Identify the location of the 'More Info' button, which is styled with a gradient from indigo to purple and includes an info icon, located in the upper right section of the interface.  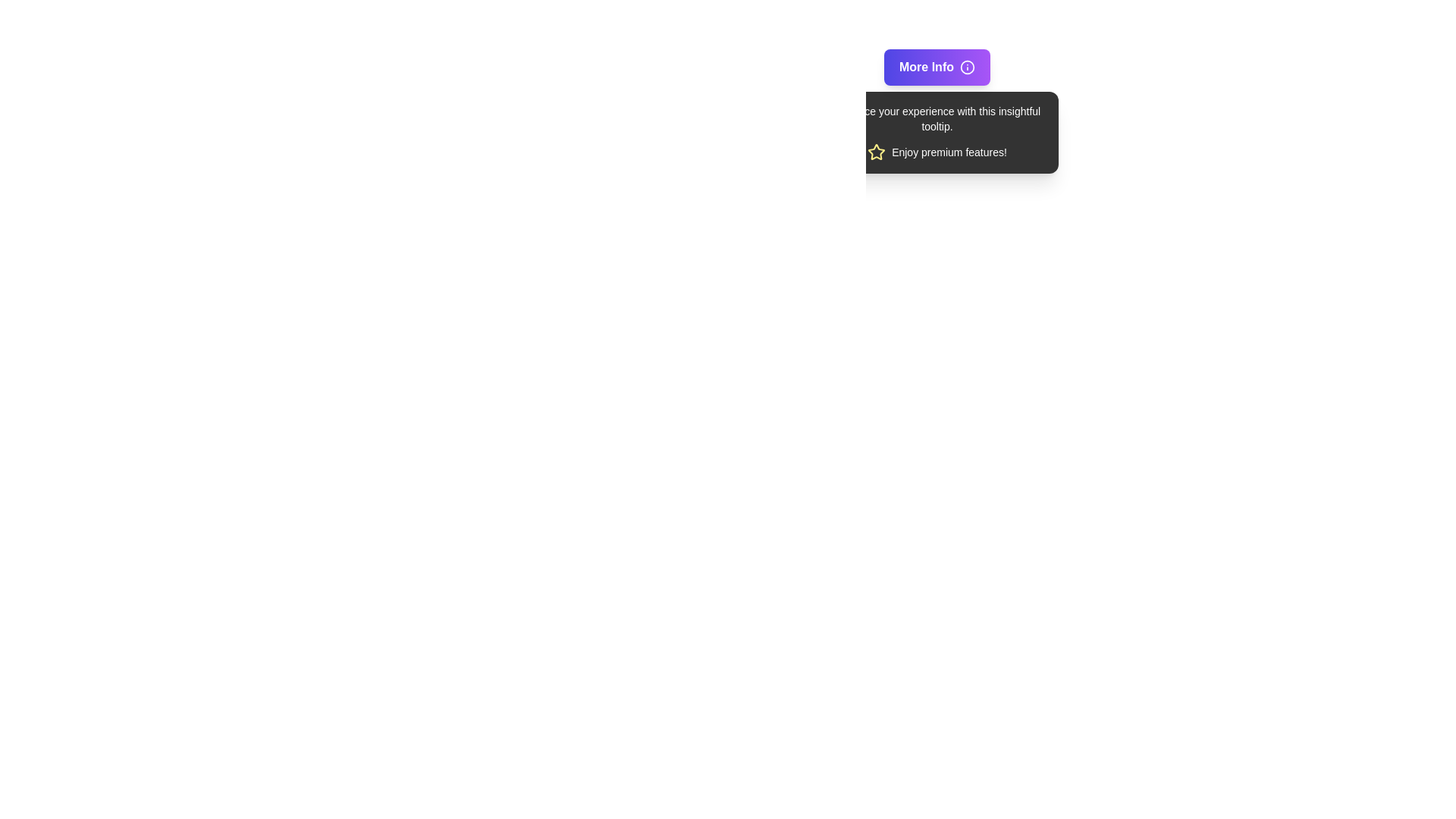
(937, 66).